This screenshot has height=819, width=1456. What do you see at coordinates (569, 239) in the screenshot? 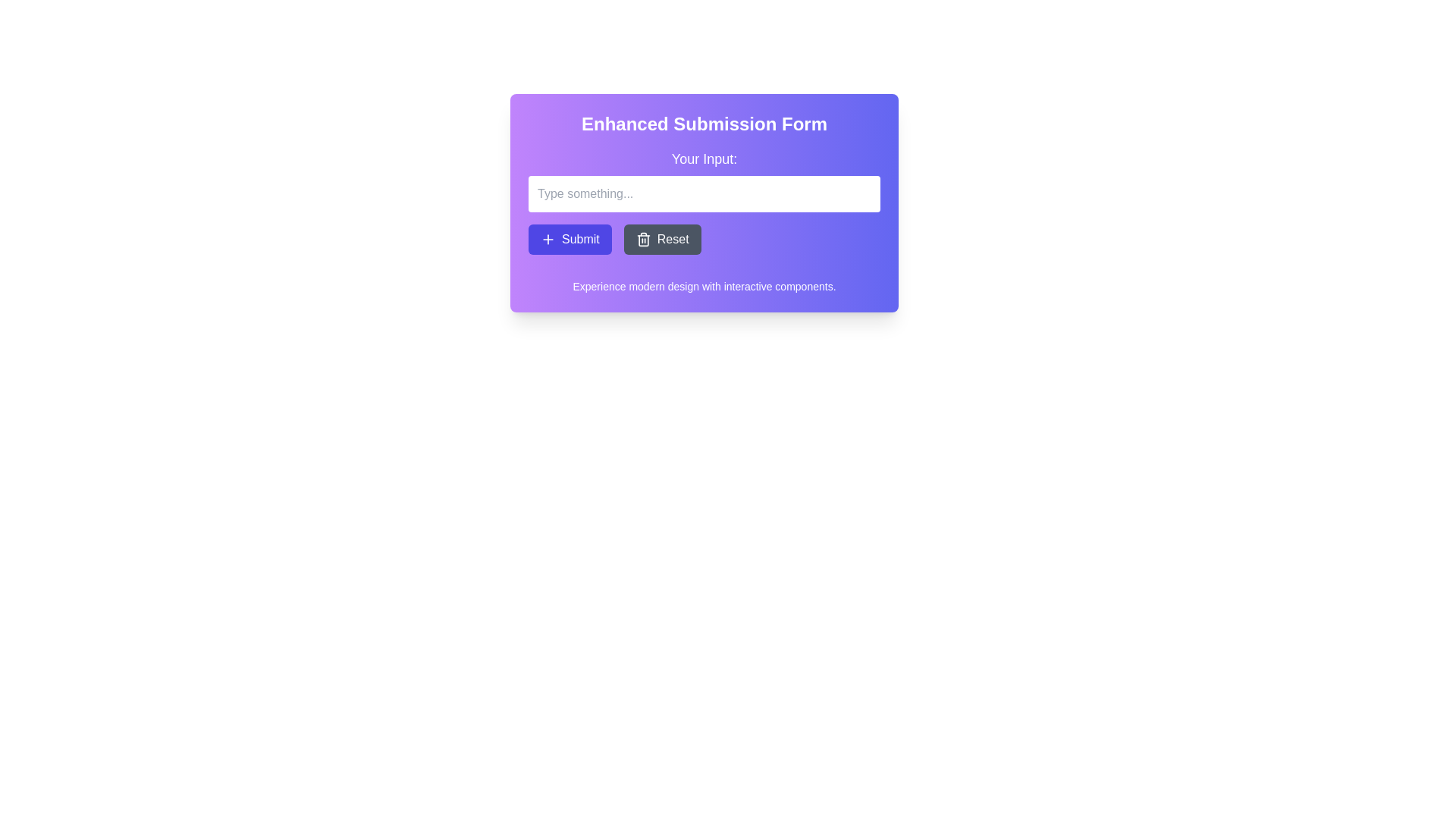
I see `the indigo 'Submit' button with a plus symbol to observe the color change effect` at bounding box center [569, 239].